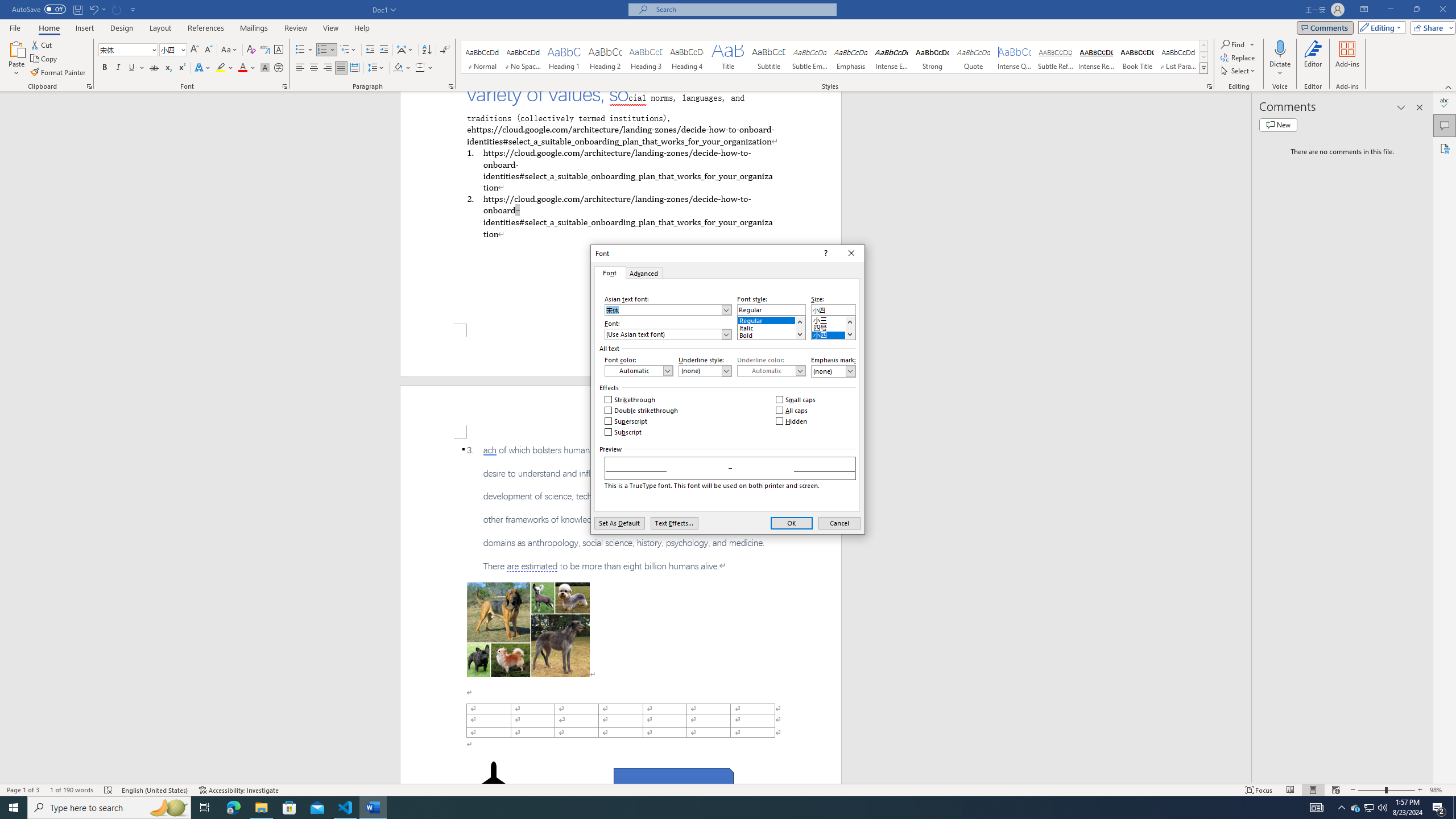 The image size is (1456, 819). What do you see at coordinates (450, 85) in the screenshot?
I see `'Paragraph...'` at bounding box center [450, 85].